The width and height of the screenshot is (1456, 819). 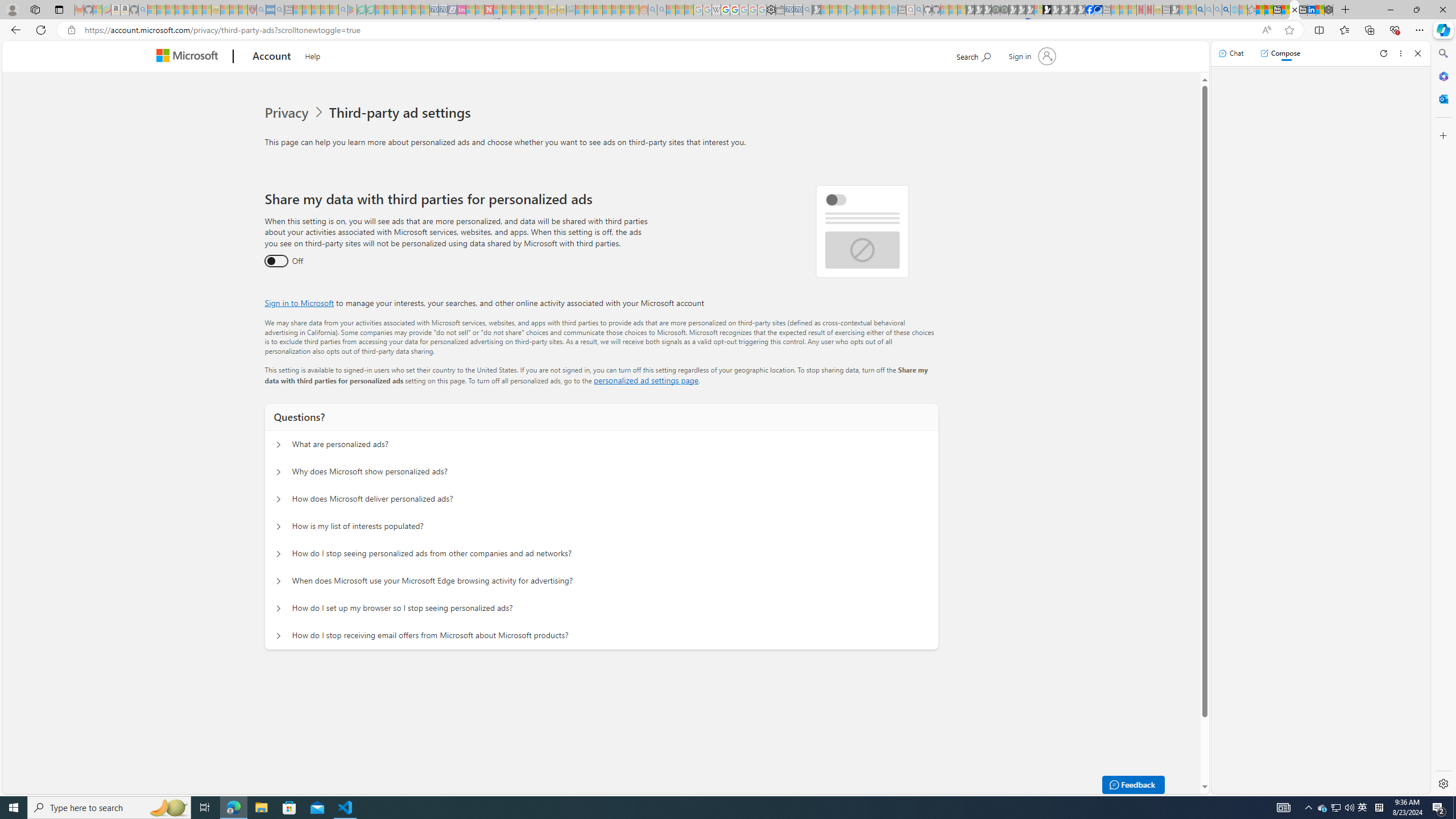 I want to click on 'Questions? Why does Microsoft show personalized ads?', so click(x=278, y=472).